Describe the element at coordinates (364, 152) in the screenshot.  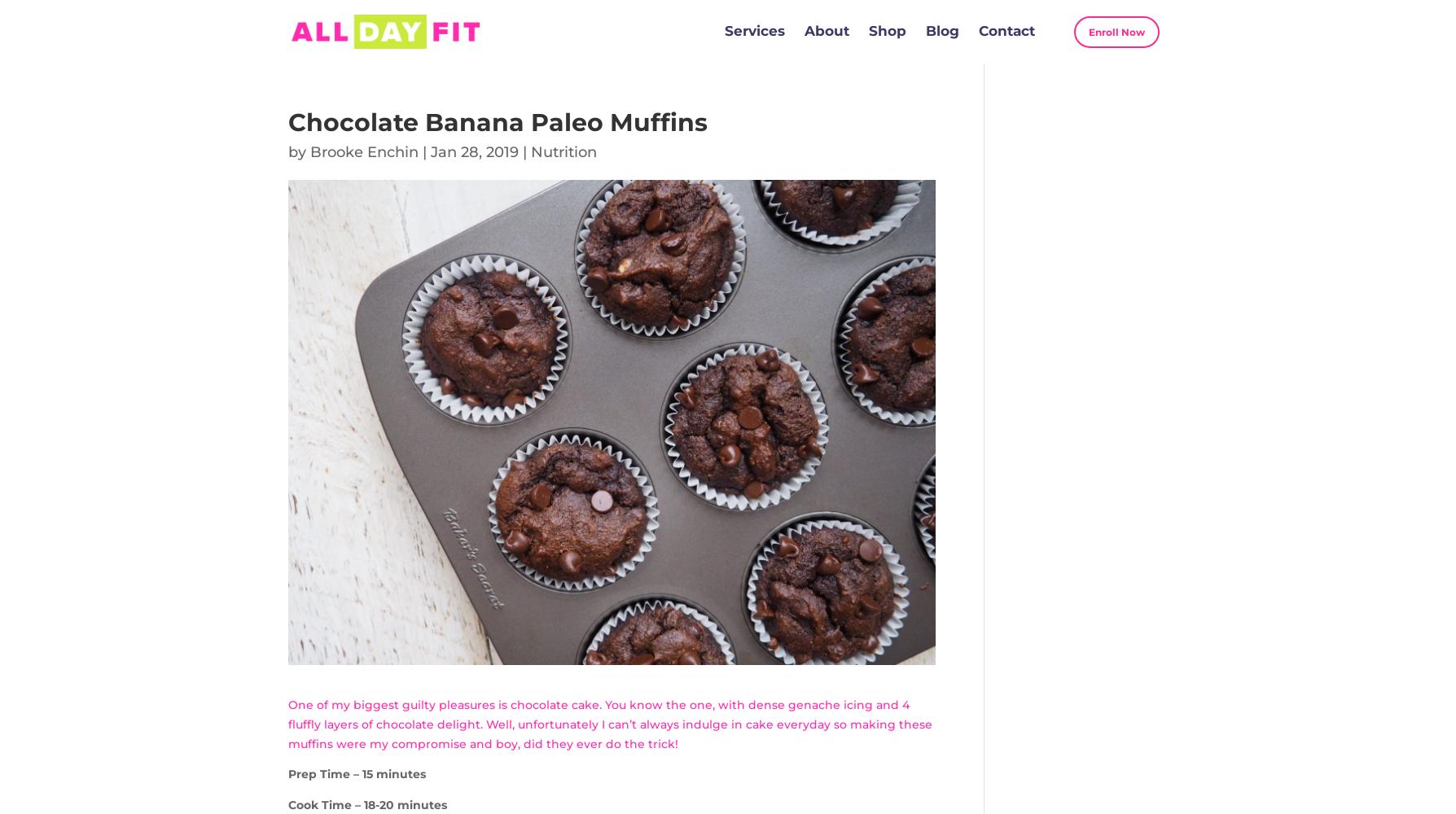
I see `'Brooke Enchin'` at that location.